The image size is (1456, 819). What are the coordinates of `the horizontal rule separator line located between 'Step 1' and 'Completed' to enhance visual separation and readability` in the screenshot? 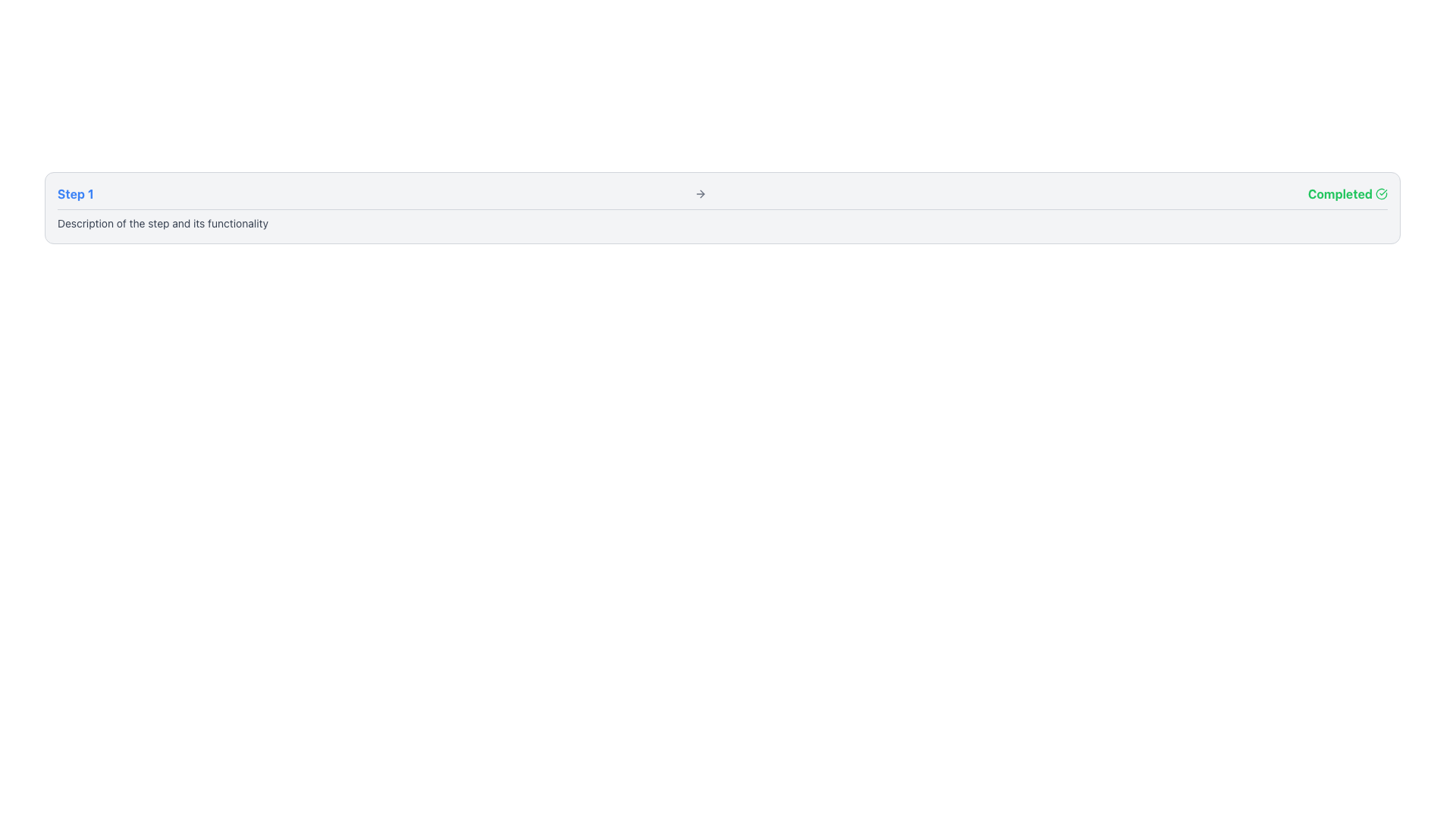 It's located at (722, 209).